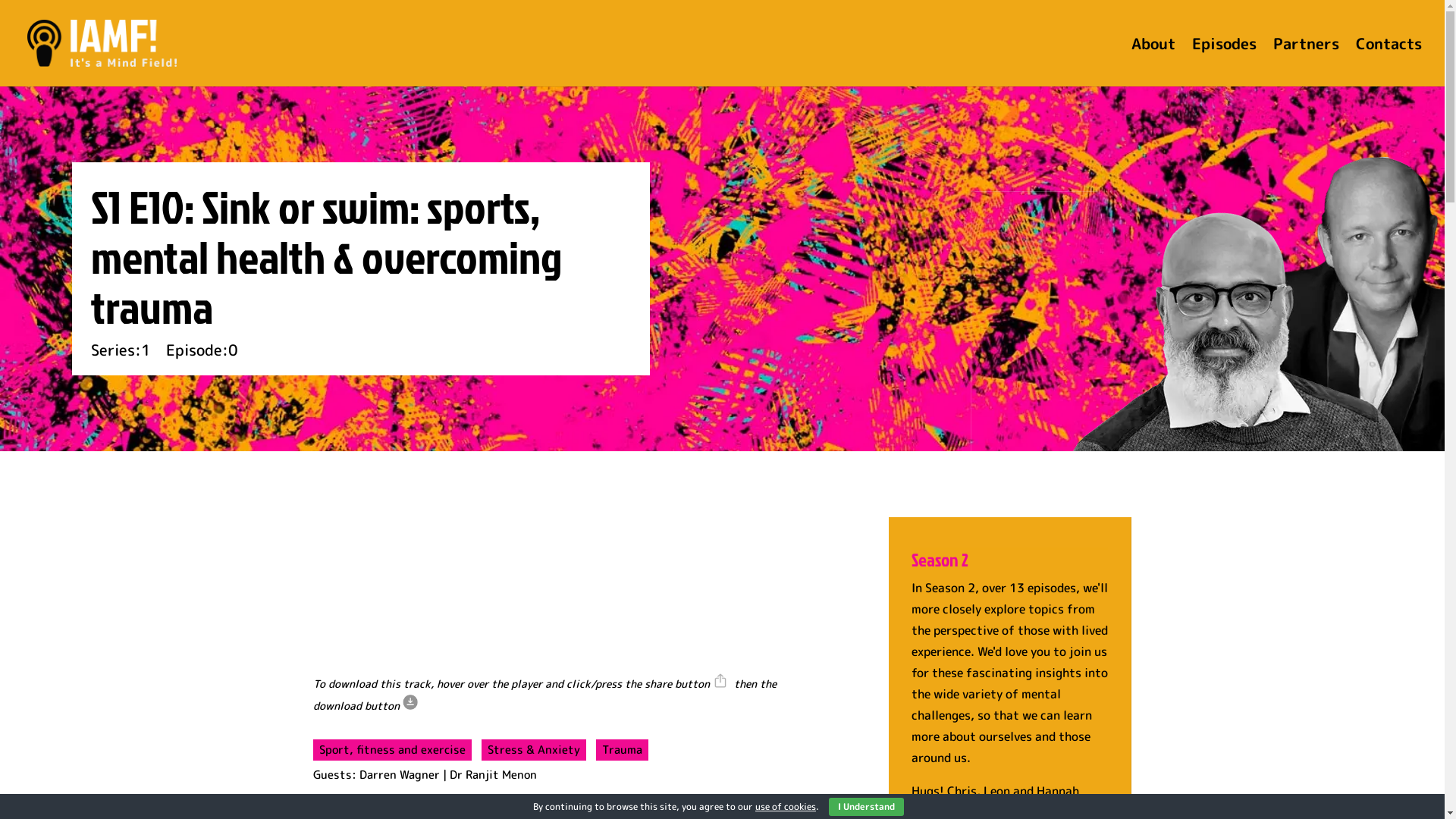 The width and height of the screenshot is (1456, 819). What do you see at coordinates (479, 748) in the screenshot?
I see `'Stress & Anxiety'` at bounding box center [479, 748].